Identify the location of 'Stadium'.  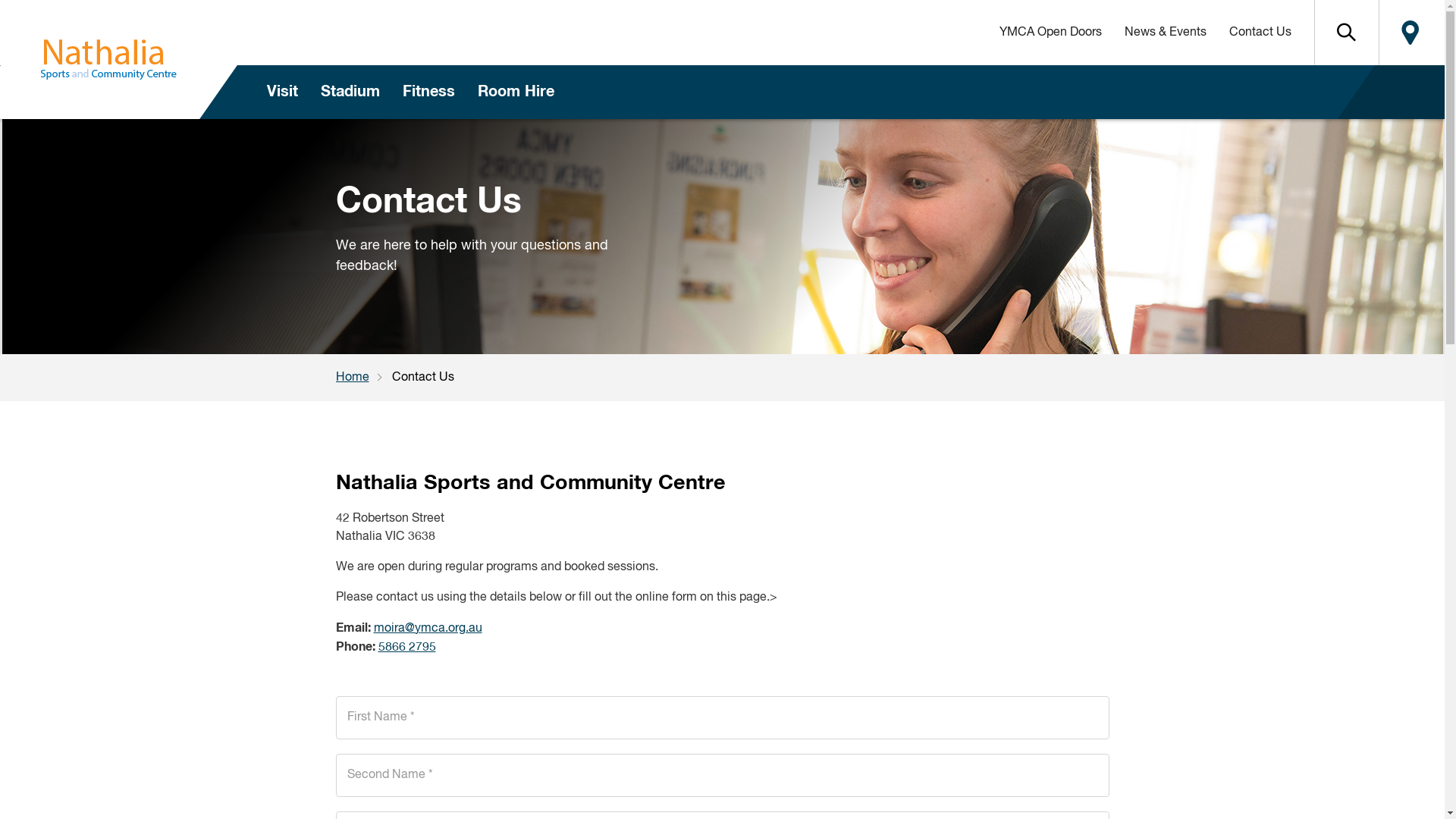
(349, 92).